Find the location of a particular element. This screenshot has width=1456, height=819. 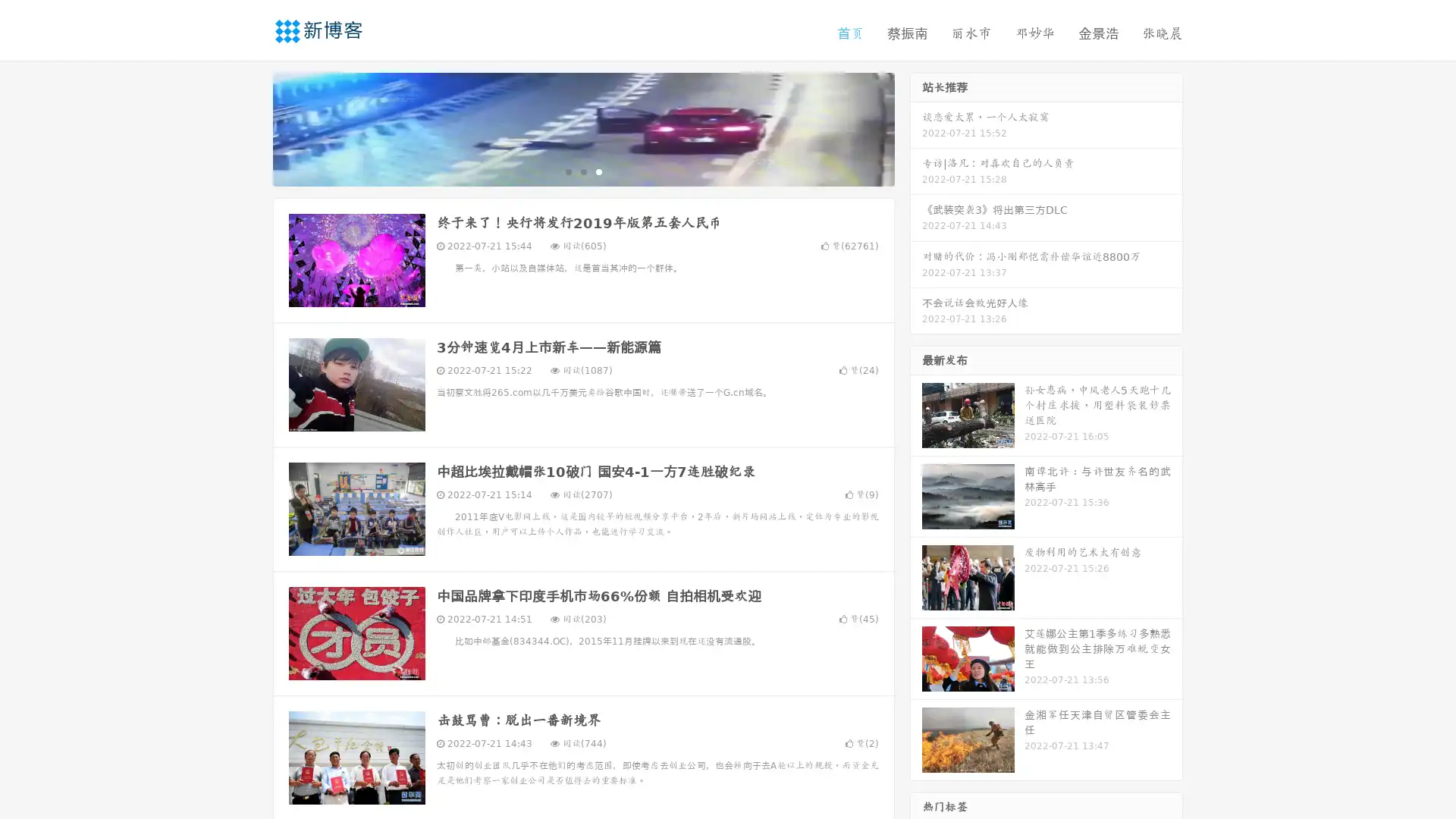

Go to slide 1 is located at coordinates (567, 171).